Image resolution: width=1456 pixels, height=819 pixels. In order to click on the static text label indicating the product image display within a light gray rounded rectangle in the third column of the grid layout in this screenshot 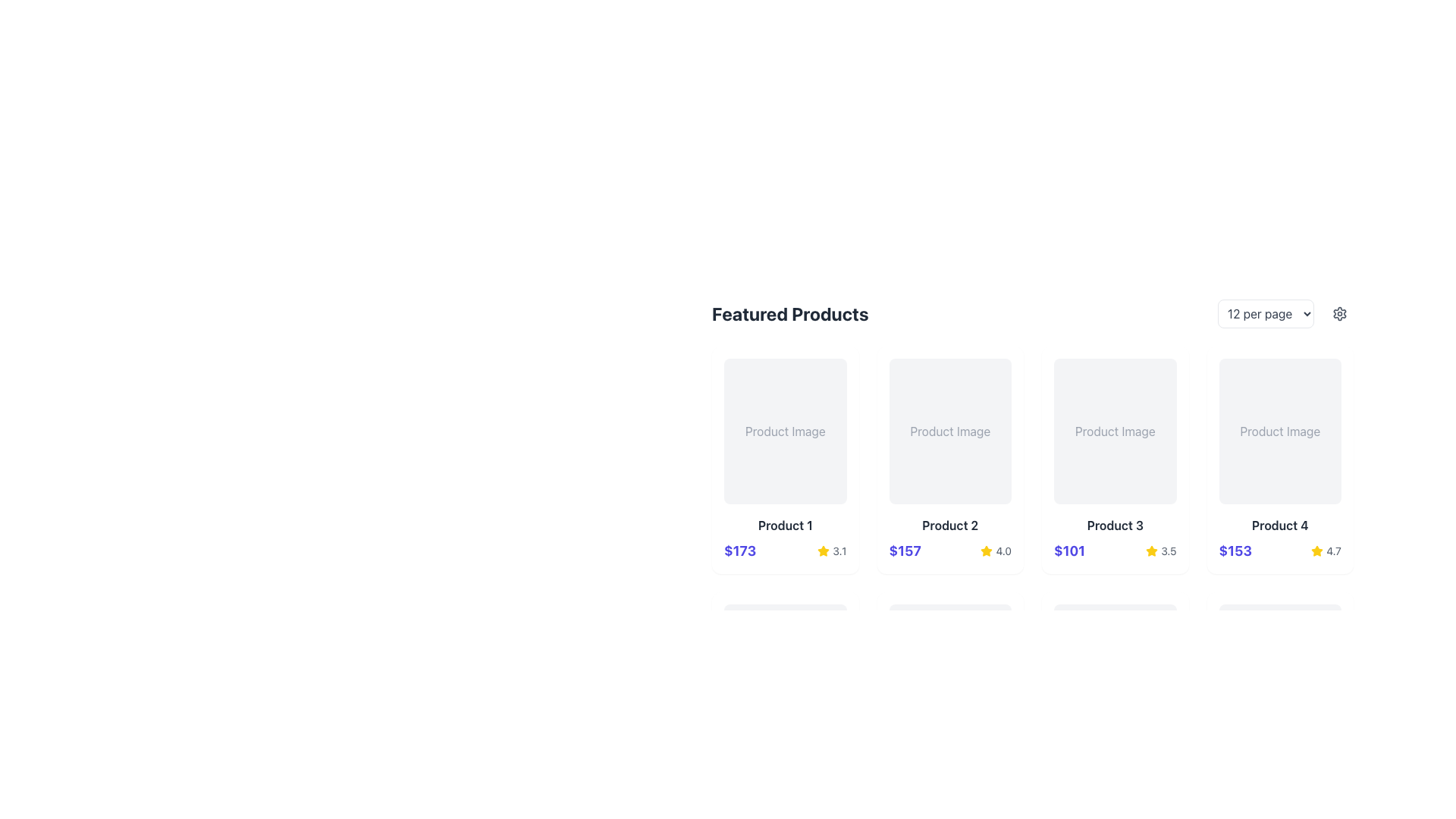, I will do `click(1115, 431)`.